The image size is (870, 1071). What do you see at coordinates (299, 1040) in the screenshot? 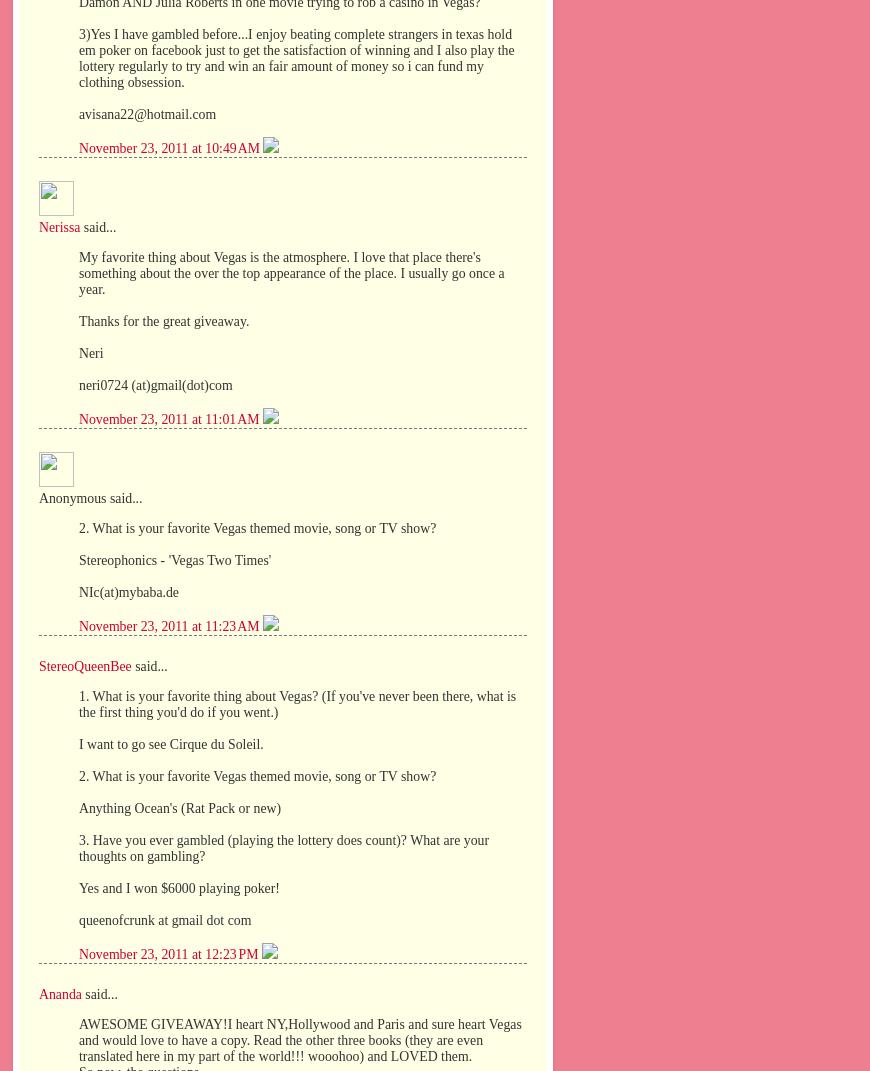
I see `'AWESOME GIVEAWAY!I heart NY,Hollywood and Paris and sure heart Vegas and would love to have a copy. Read the other three books (they are even translated here in my part of the world!!! wooohoo) and LOVED them.'` at bounding box center [299, 1040].